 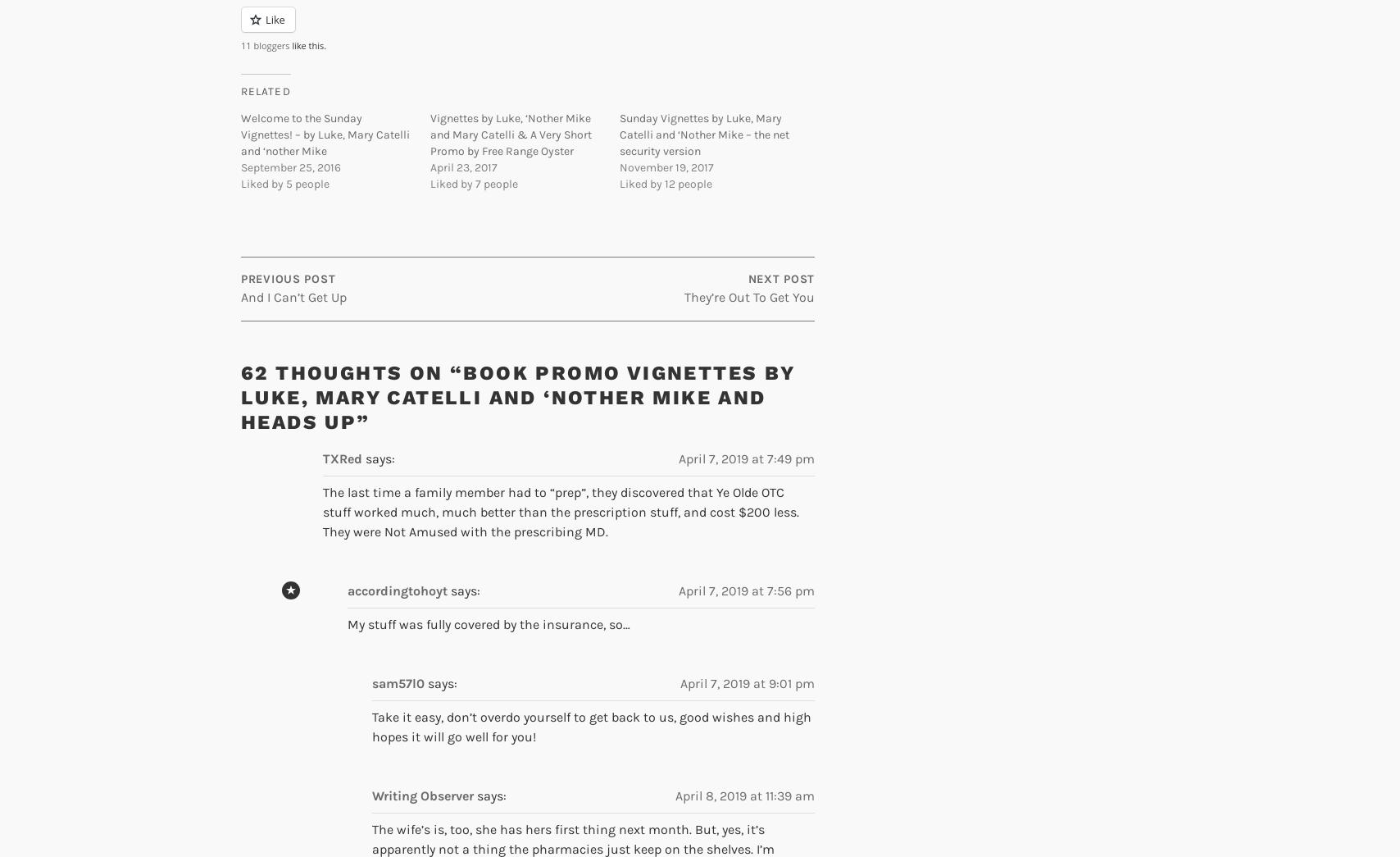 I want to click on 'accordingtohoyt', so click(x=397, y=590).